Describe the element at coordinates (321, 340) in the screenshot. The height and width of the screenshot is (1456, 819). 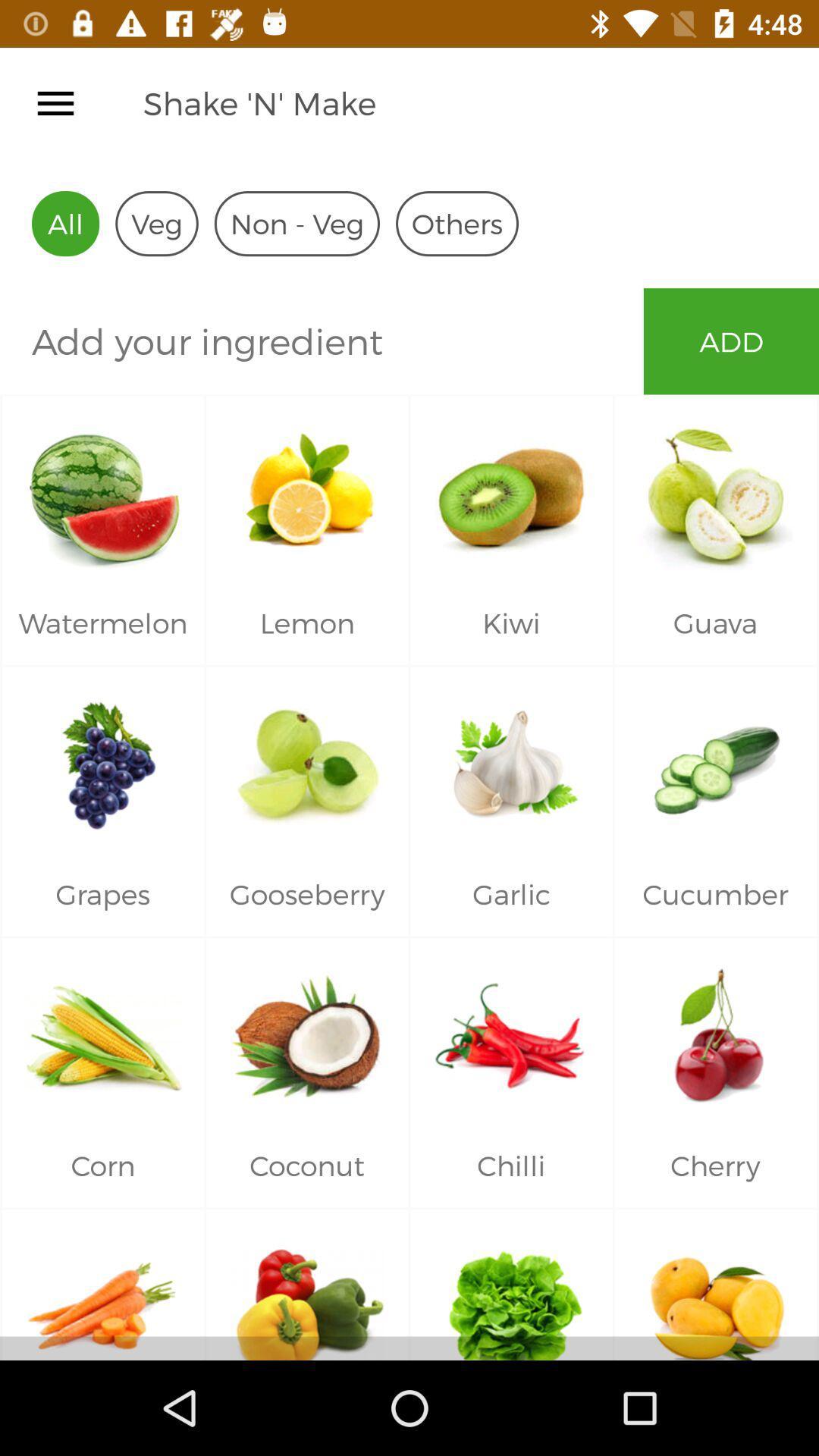
I see `search for ingredient` at that location.